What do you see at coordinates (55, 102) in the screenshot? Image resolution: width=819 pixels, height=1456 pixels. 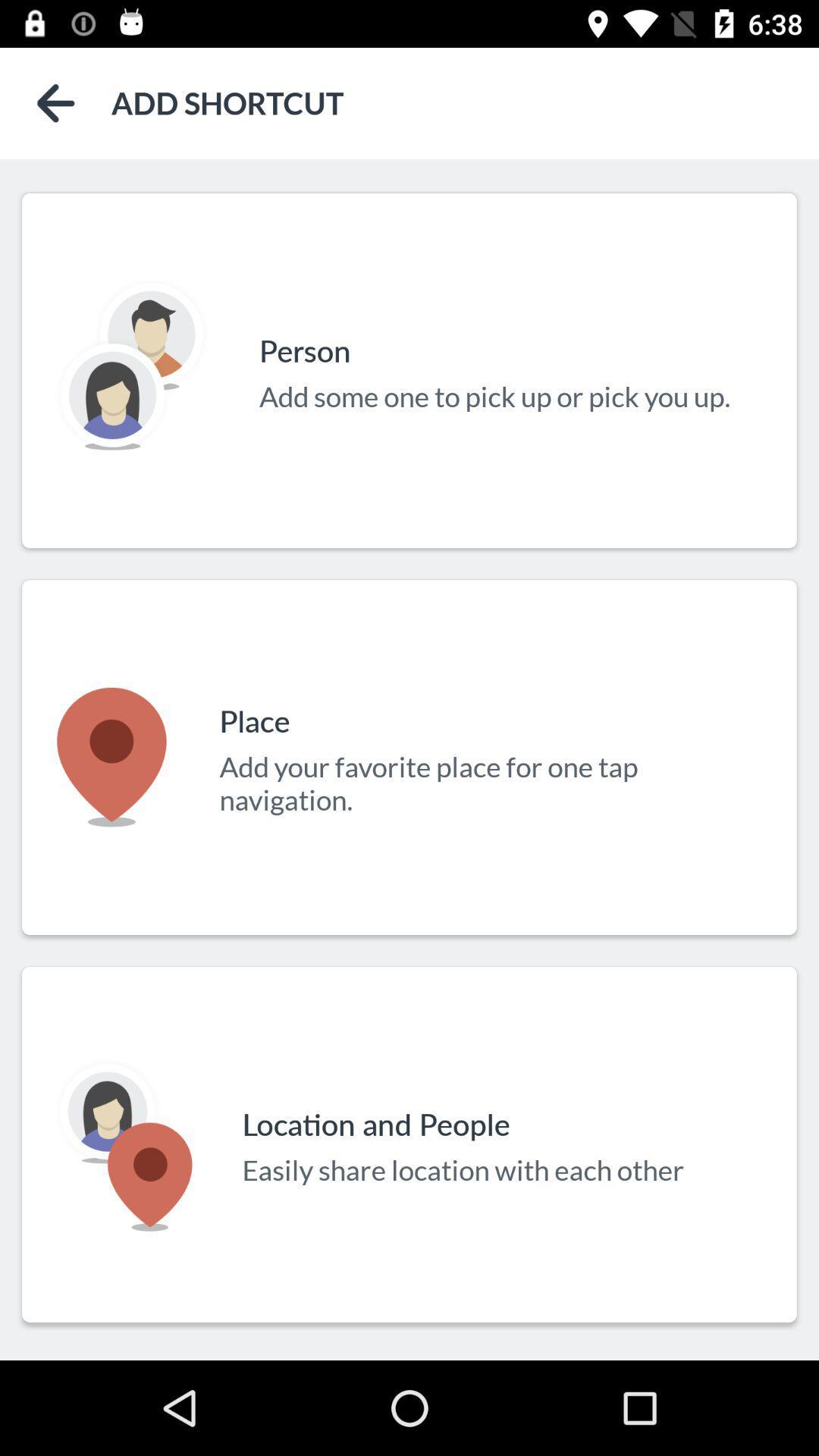 I see `back to previous page` at bounding box center [55, 102].